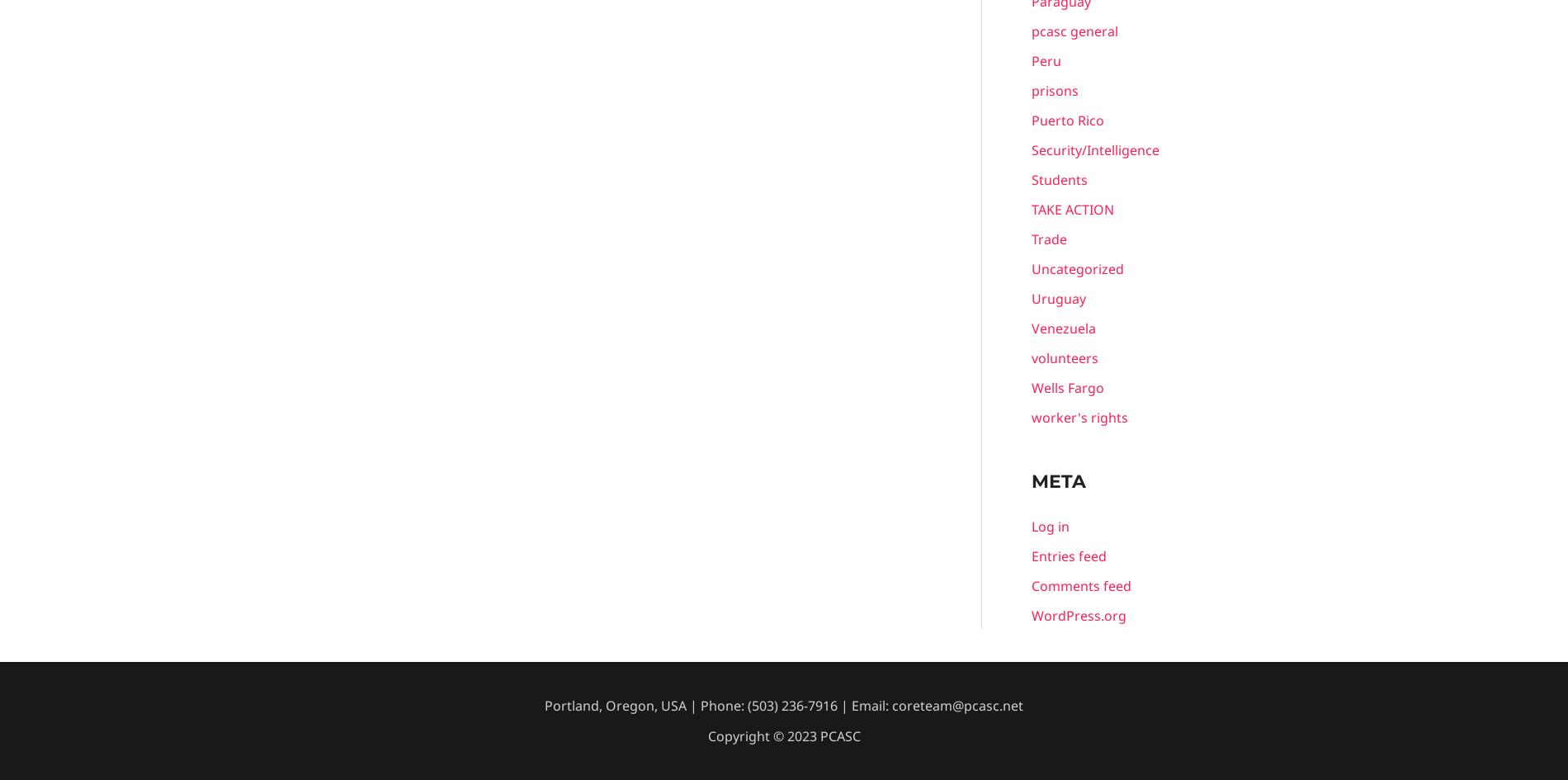  What do you see at coordinates (1054, 89) in the screenshot?
I see `'prisons'` at bounding box center [1054, 89].